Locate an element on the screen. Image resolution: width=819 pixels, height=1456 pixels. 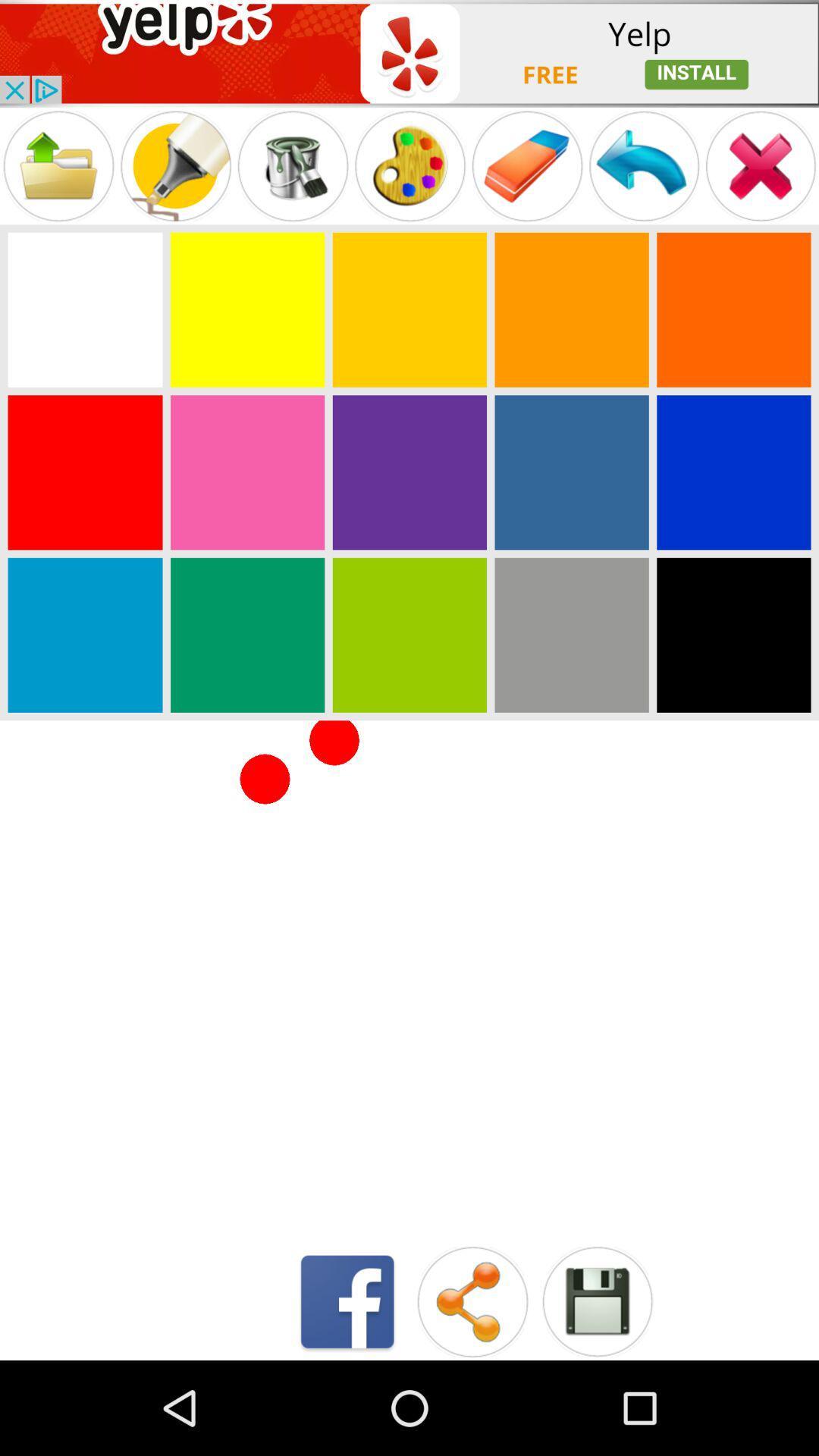
upload the file open the file is located at coordinates (58, 166).